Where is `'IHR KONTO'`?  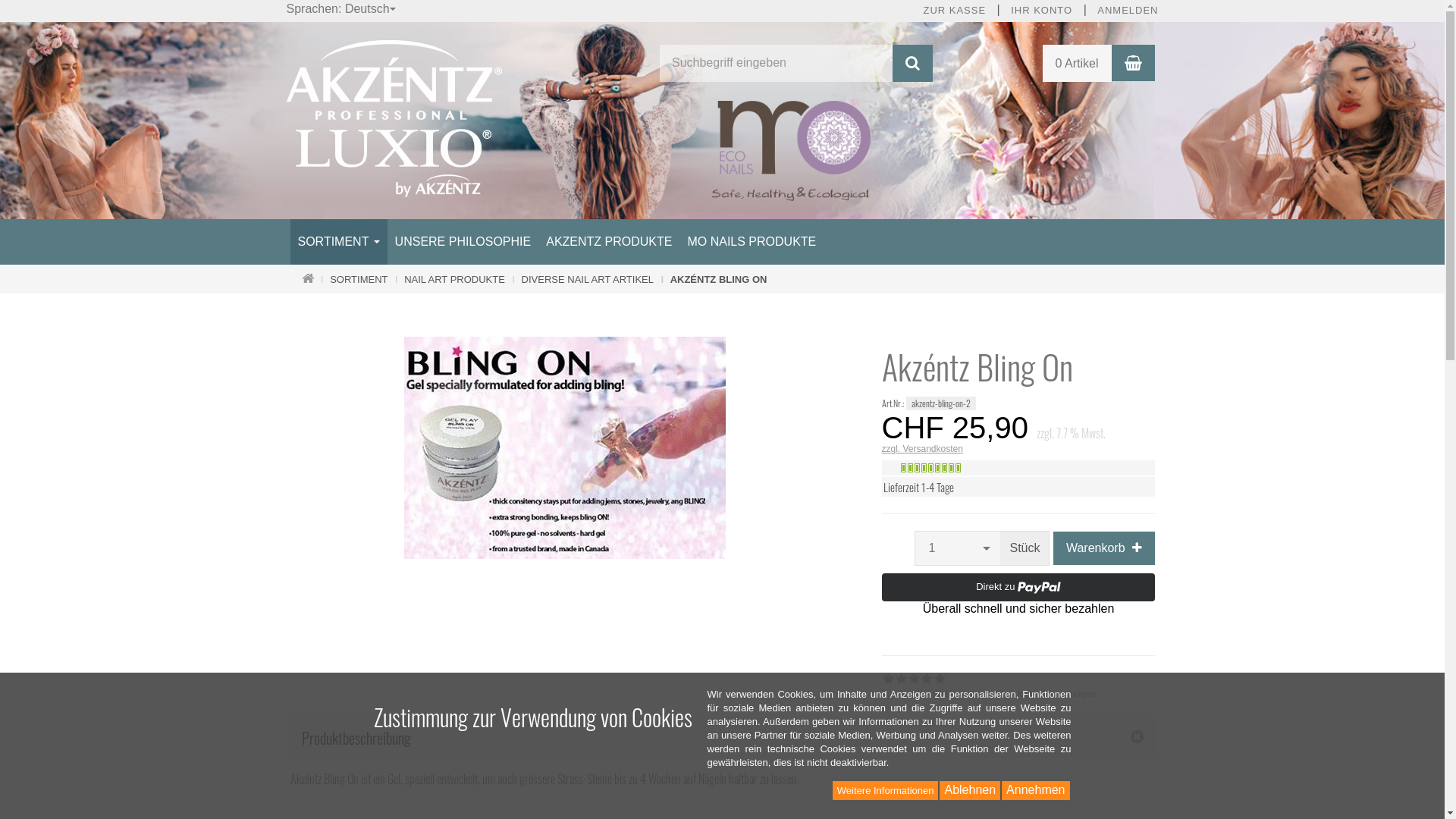 'IHR KONTO' is located at coordinates (1040, 11).